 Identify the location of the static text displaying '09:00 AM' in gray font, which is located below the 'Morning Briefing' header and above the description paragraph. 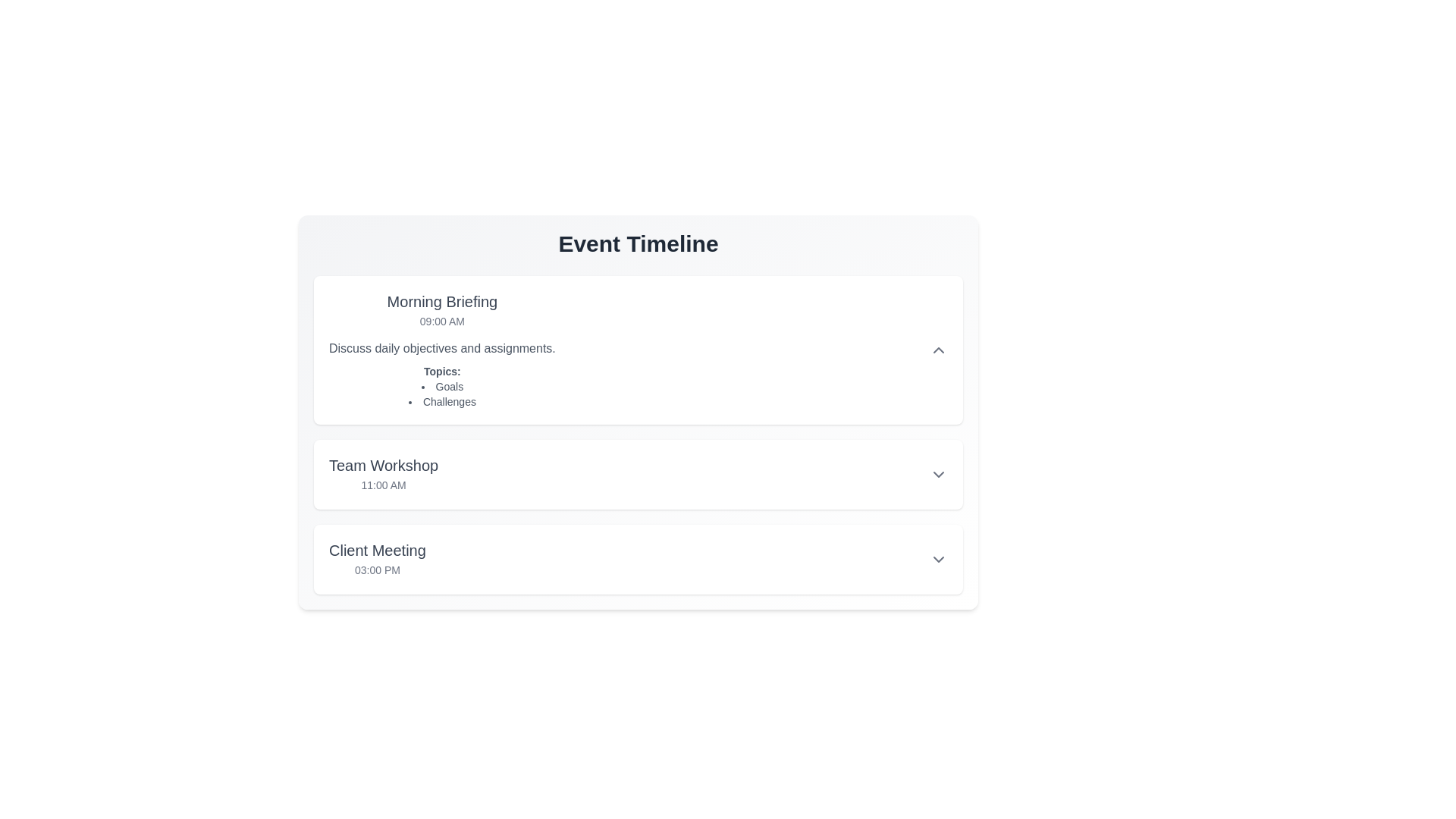
(441, 321).